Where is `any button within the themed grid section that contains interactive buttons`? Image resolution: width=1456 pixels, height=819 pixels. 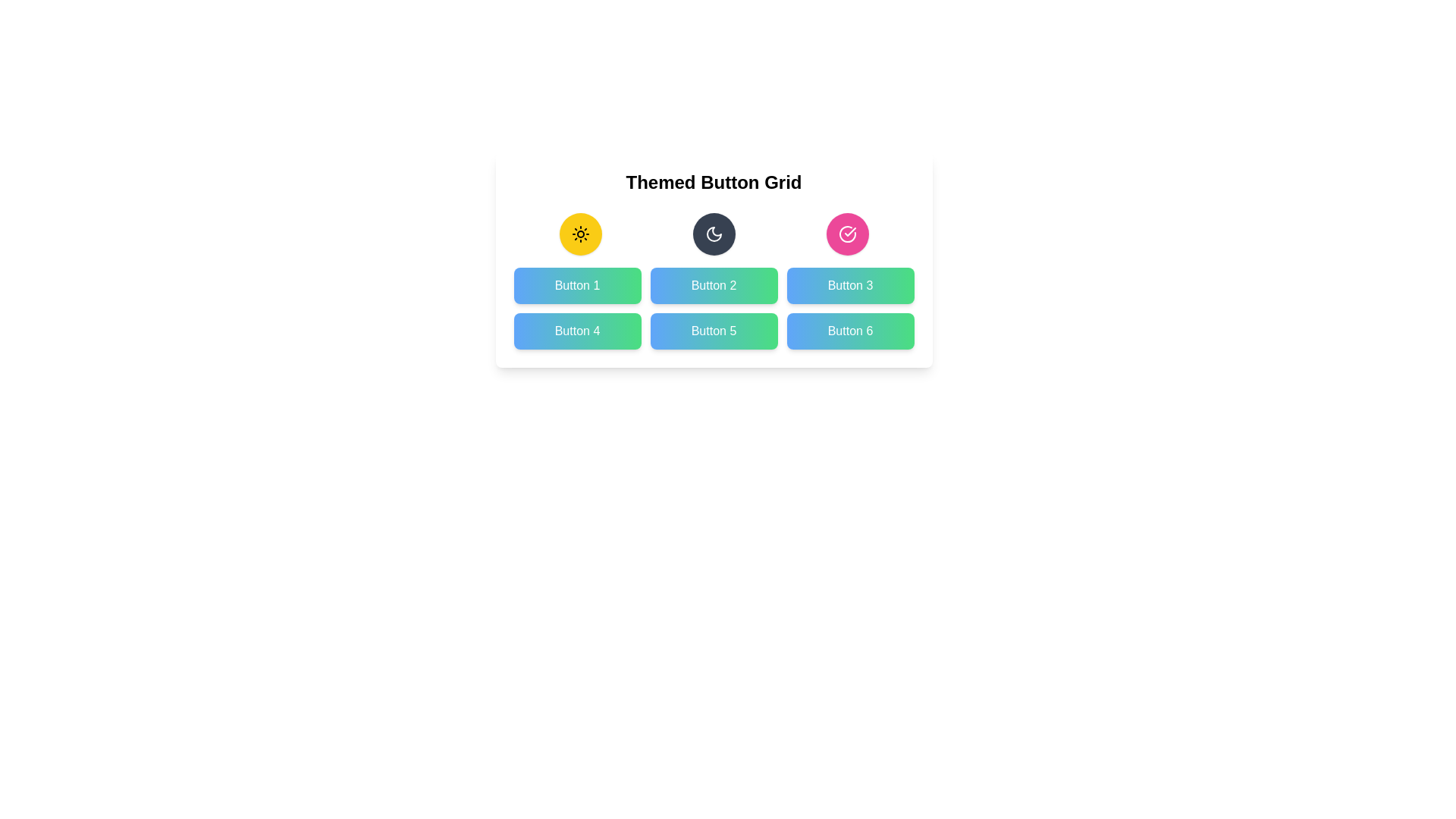 any button within the themed grid section that contains interactive buttons is located at coordinates (713, 259).